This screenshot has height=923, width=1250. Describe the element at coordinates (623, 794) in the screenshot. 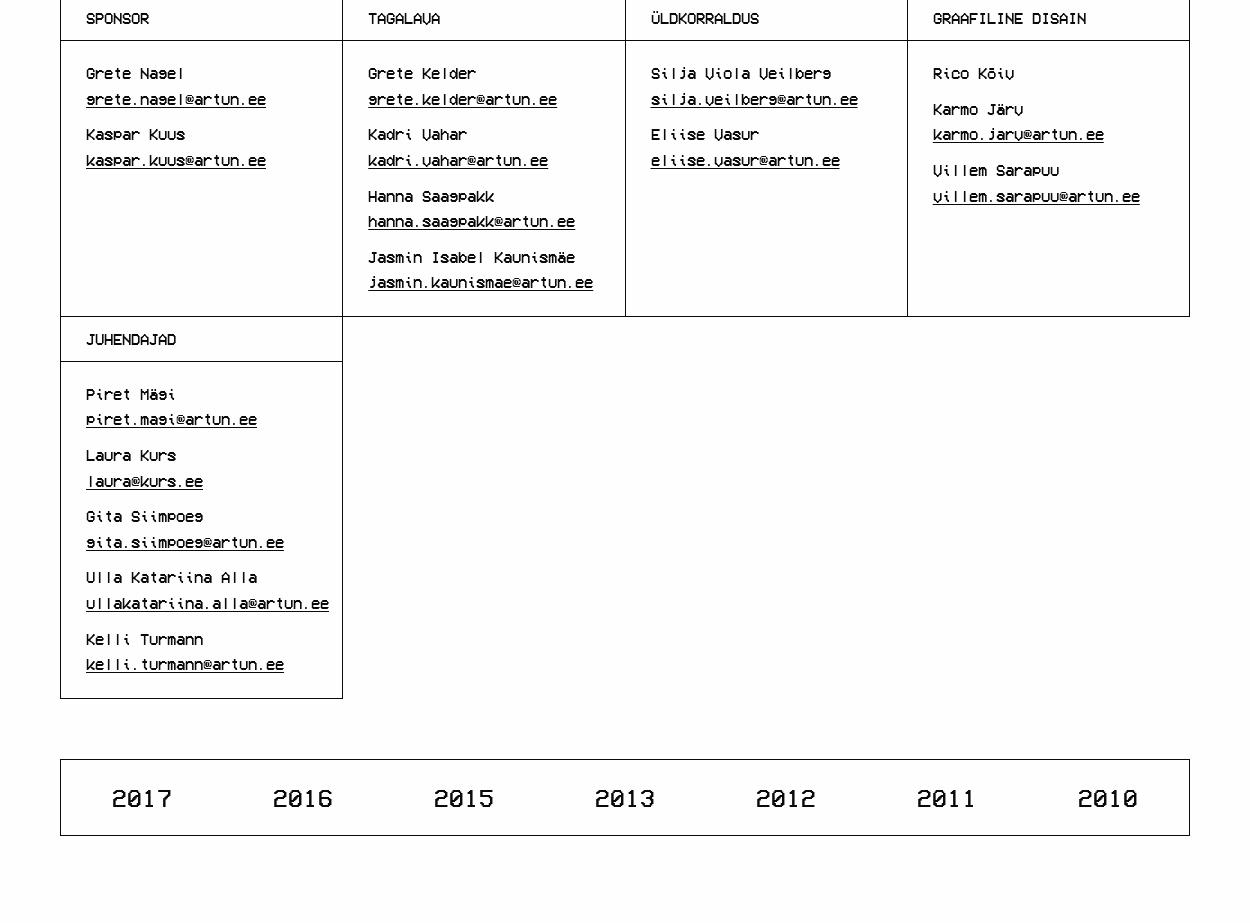

I see `'2013'` at that location.